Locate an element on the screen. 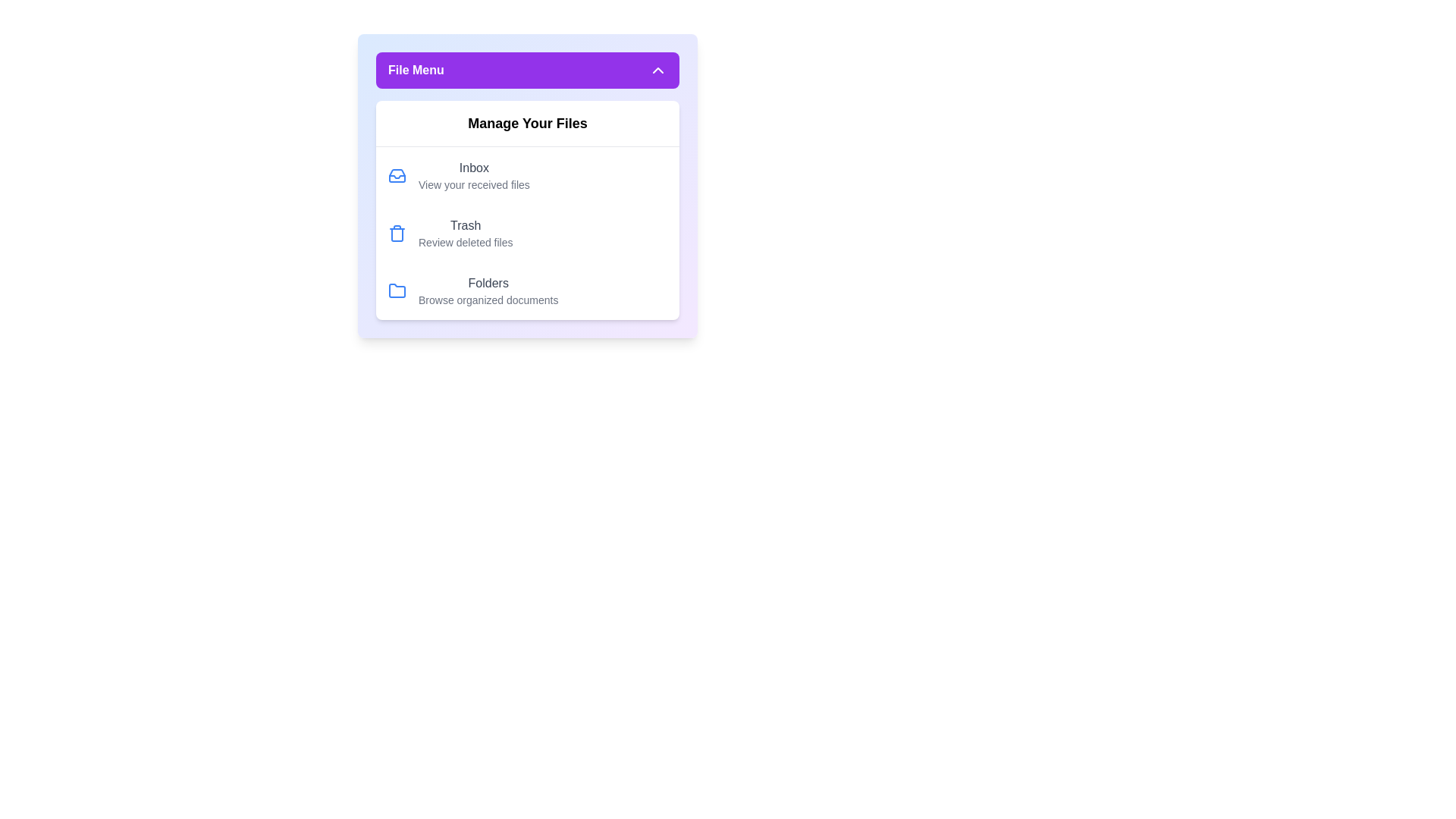 The height and width of the screenshot is (819, 1456). the 'Trash' menu item to review deleted files is located at coordinates (528, 234).